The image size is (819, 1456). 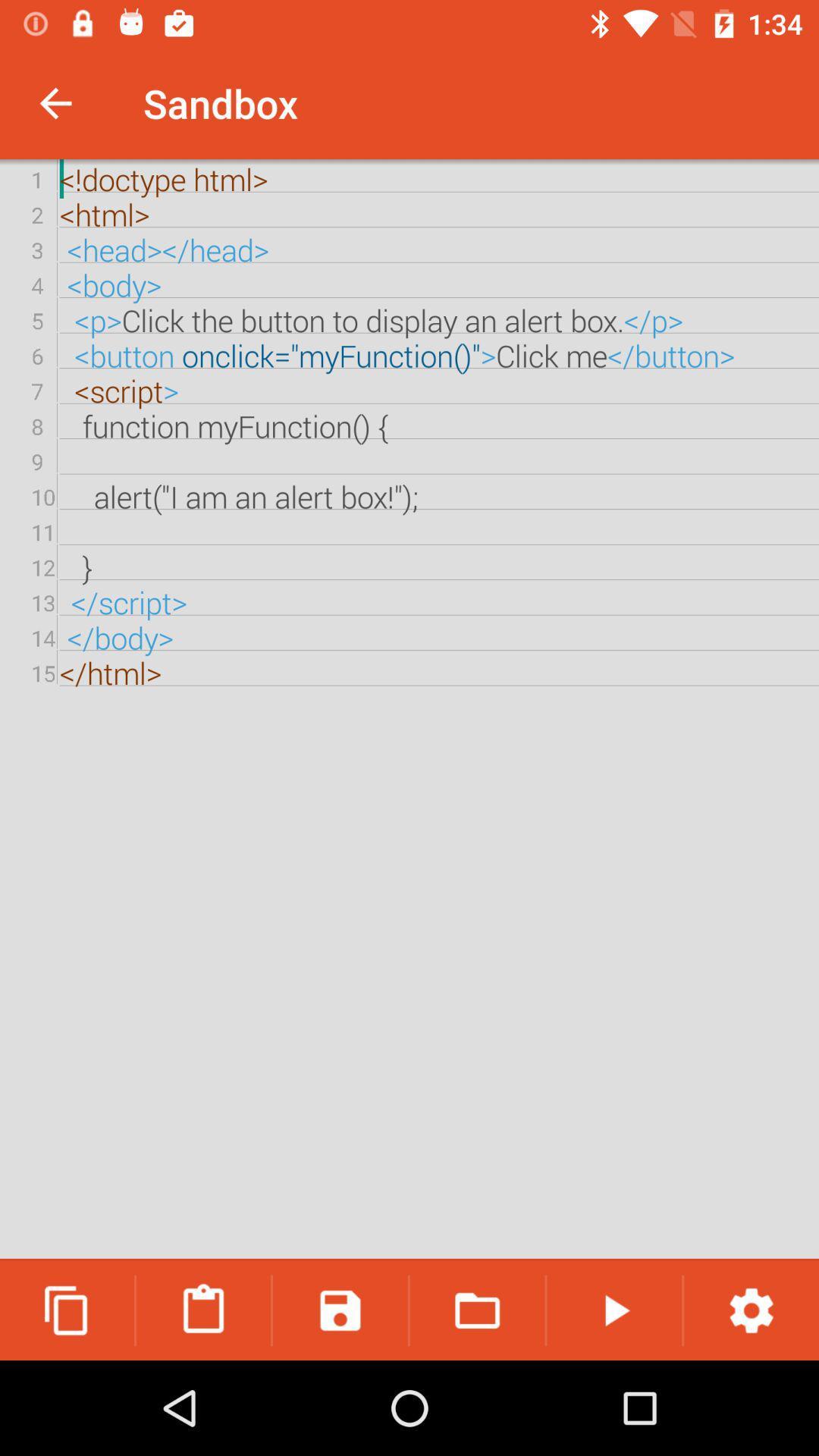 I want to click on the item below the doctype html html item, so click(x=66, y=1310).